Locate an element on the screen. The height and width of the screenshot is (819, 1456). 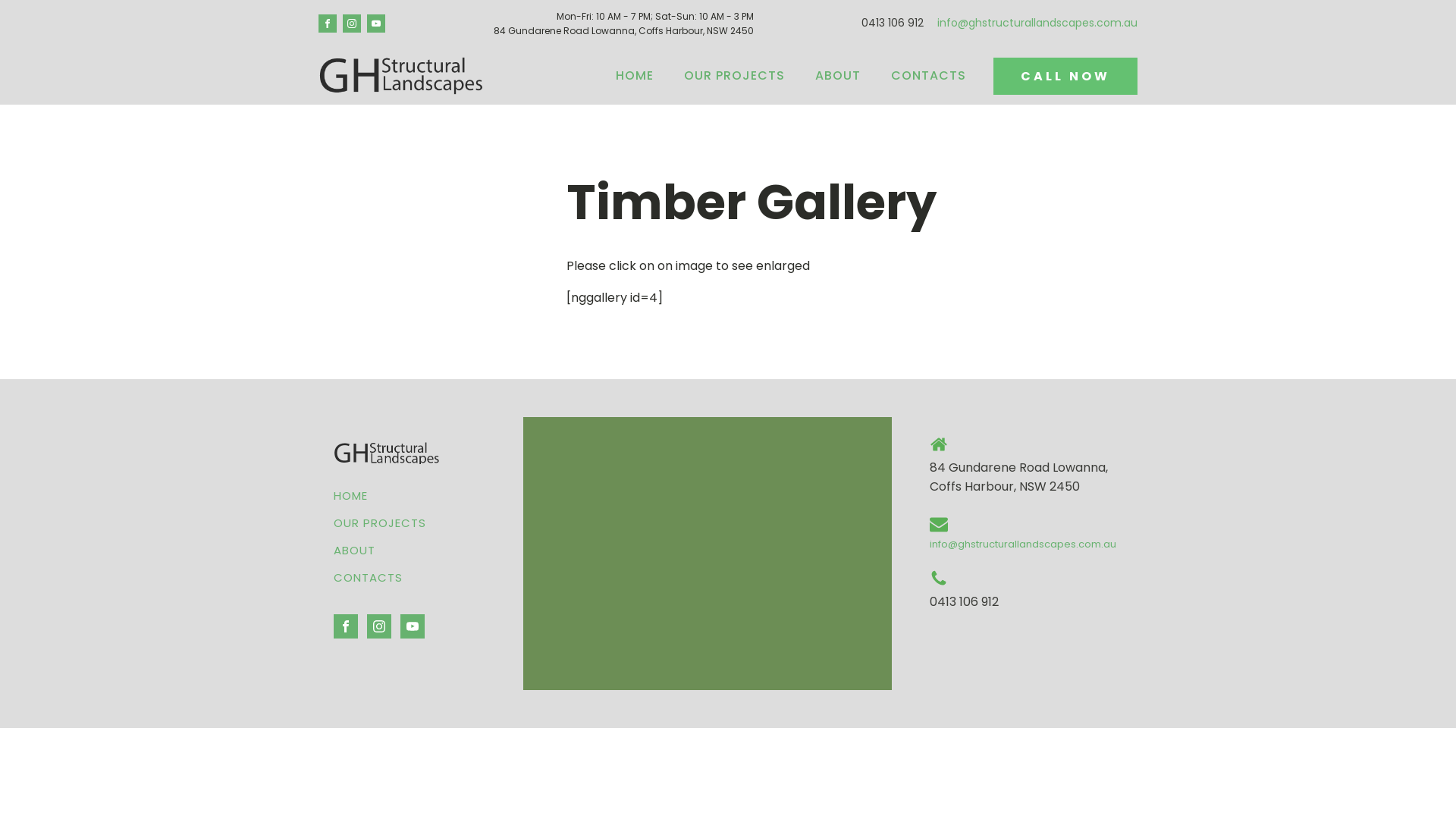
'OUR PROJECTS' is located at coordinates (379, 522).